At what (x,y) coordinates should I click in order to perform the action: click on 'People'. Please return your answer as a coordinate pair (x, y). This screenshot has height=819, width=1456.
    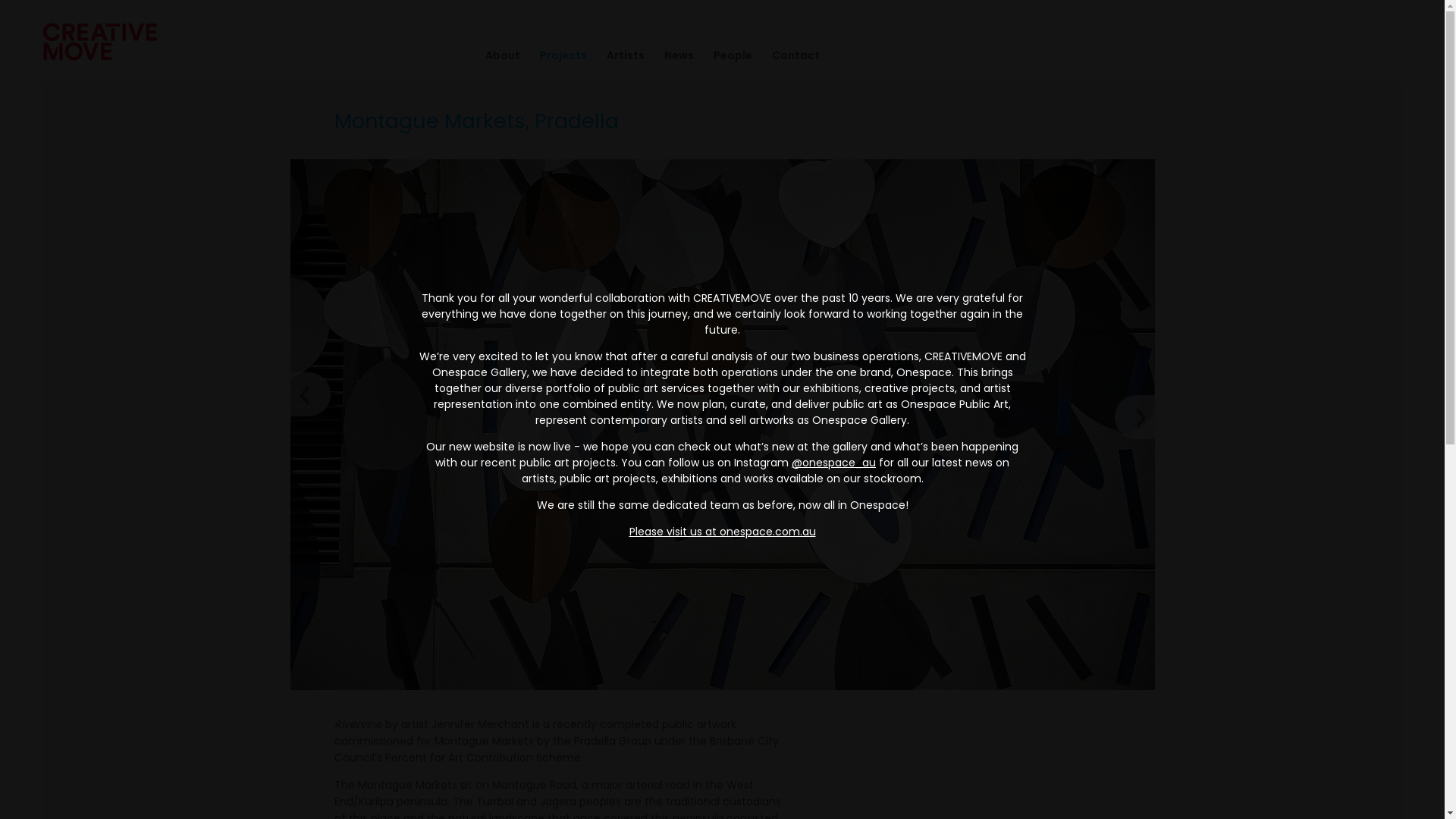
    Looking at the image, I should click on (693, 55).